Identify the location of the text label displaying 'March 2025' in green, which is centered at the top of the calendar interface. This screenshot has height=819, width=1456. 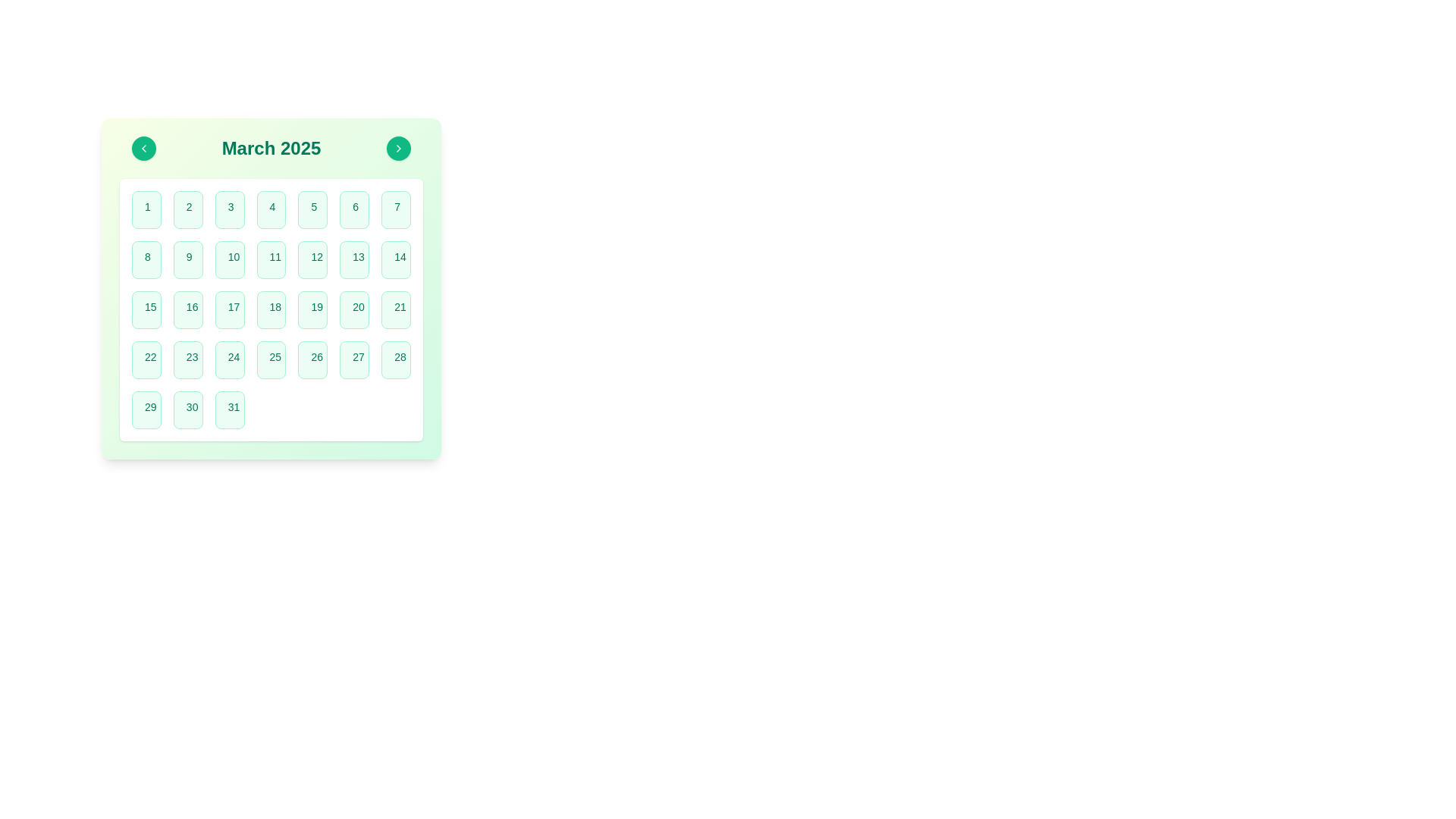
(271, 149).